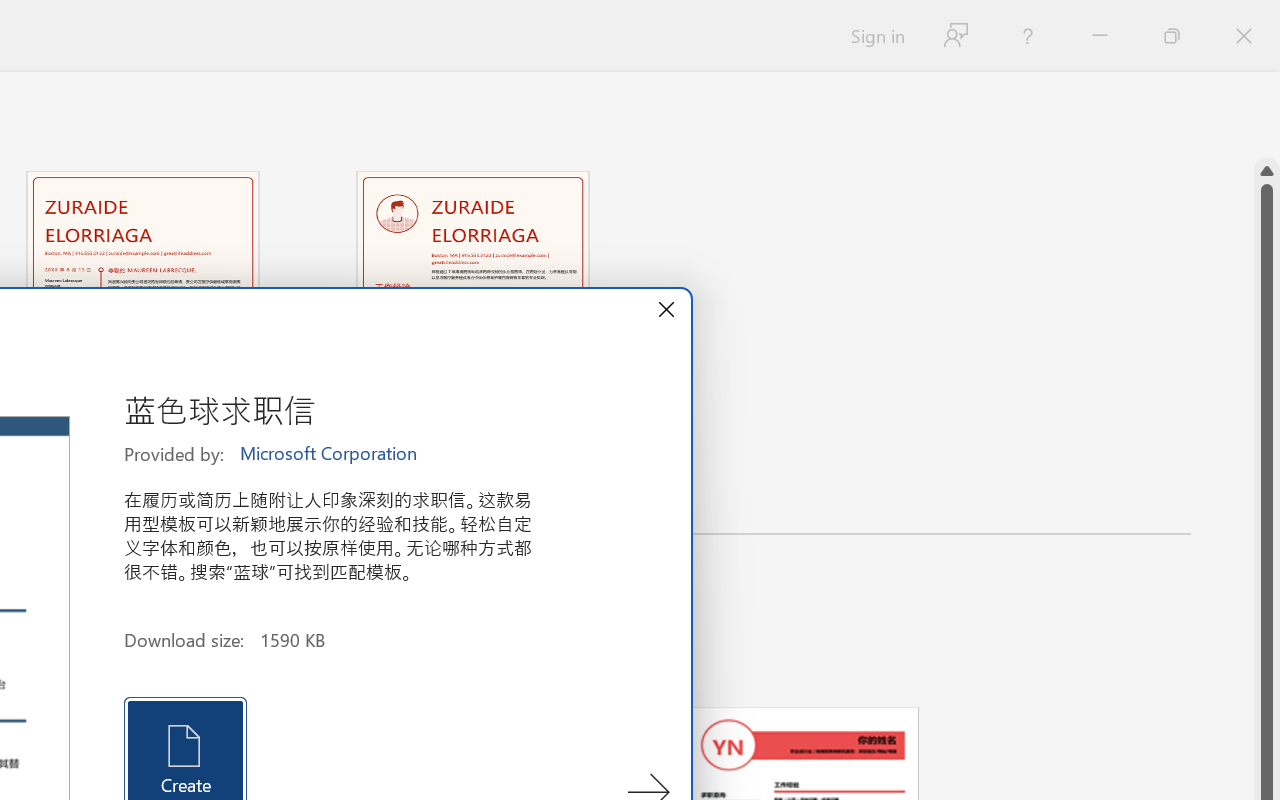  What do you see at coordinates (1266, 170) in the screenshot?
I see `'Line up'` at bounding box center [1266, 170].